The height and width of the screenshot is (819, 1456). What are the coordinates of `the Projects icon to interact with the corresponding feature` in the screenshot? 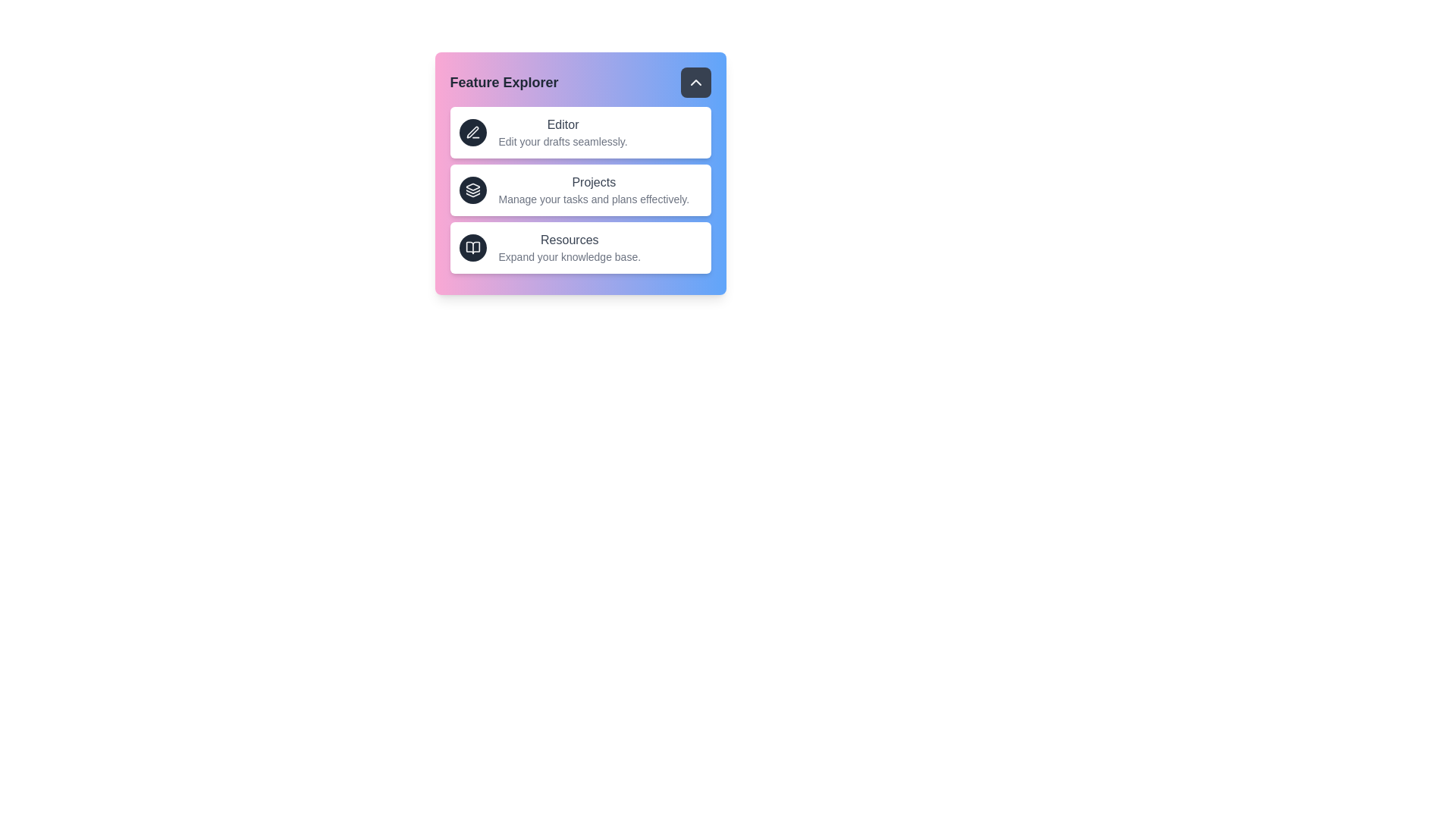 It's located at (472, 189).